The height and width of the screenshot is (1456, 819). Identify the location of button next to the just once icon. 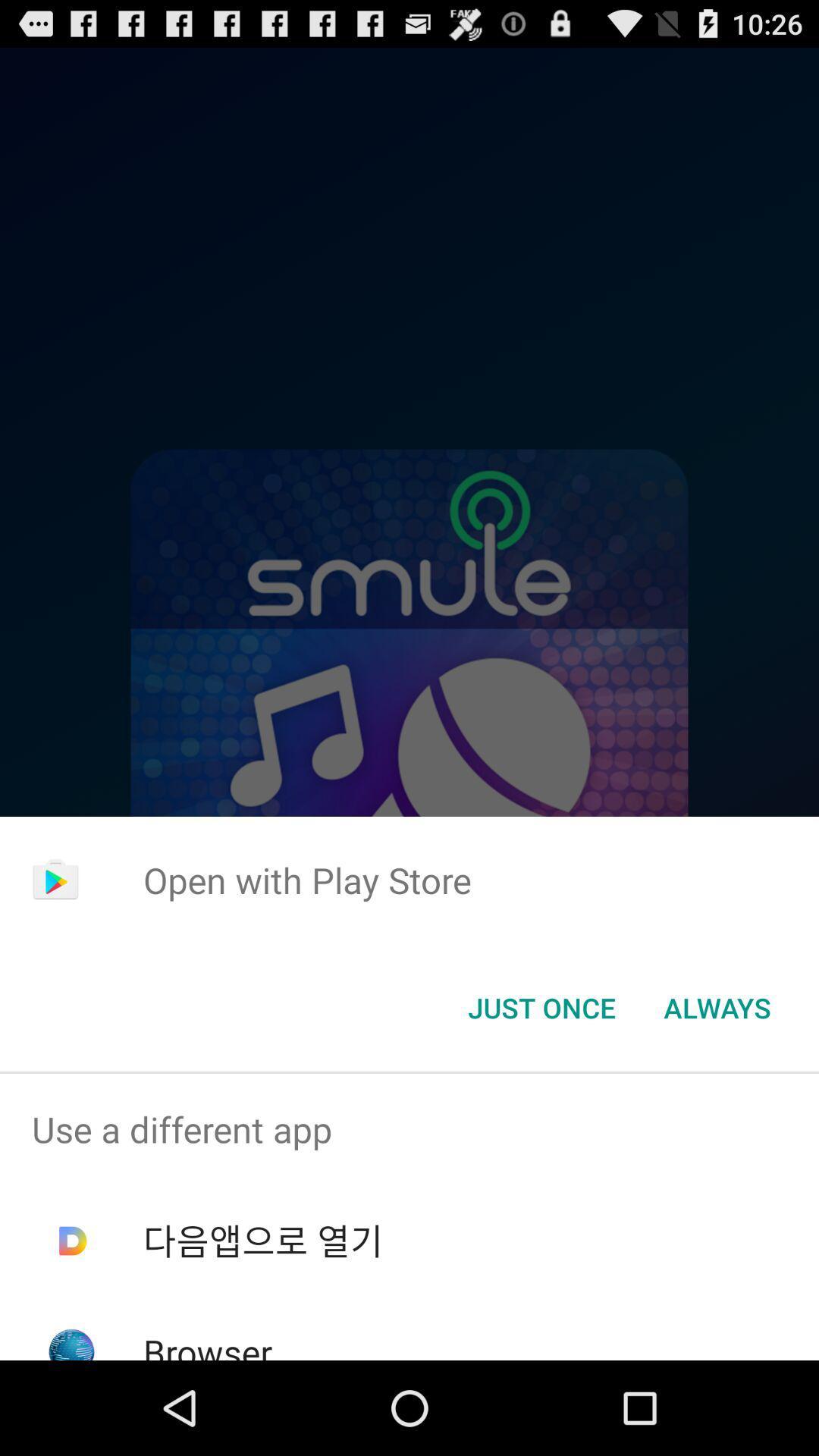
(717, 1008).